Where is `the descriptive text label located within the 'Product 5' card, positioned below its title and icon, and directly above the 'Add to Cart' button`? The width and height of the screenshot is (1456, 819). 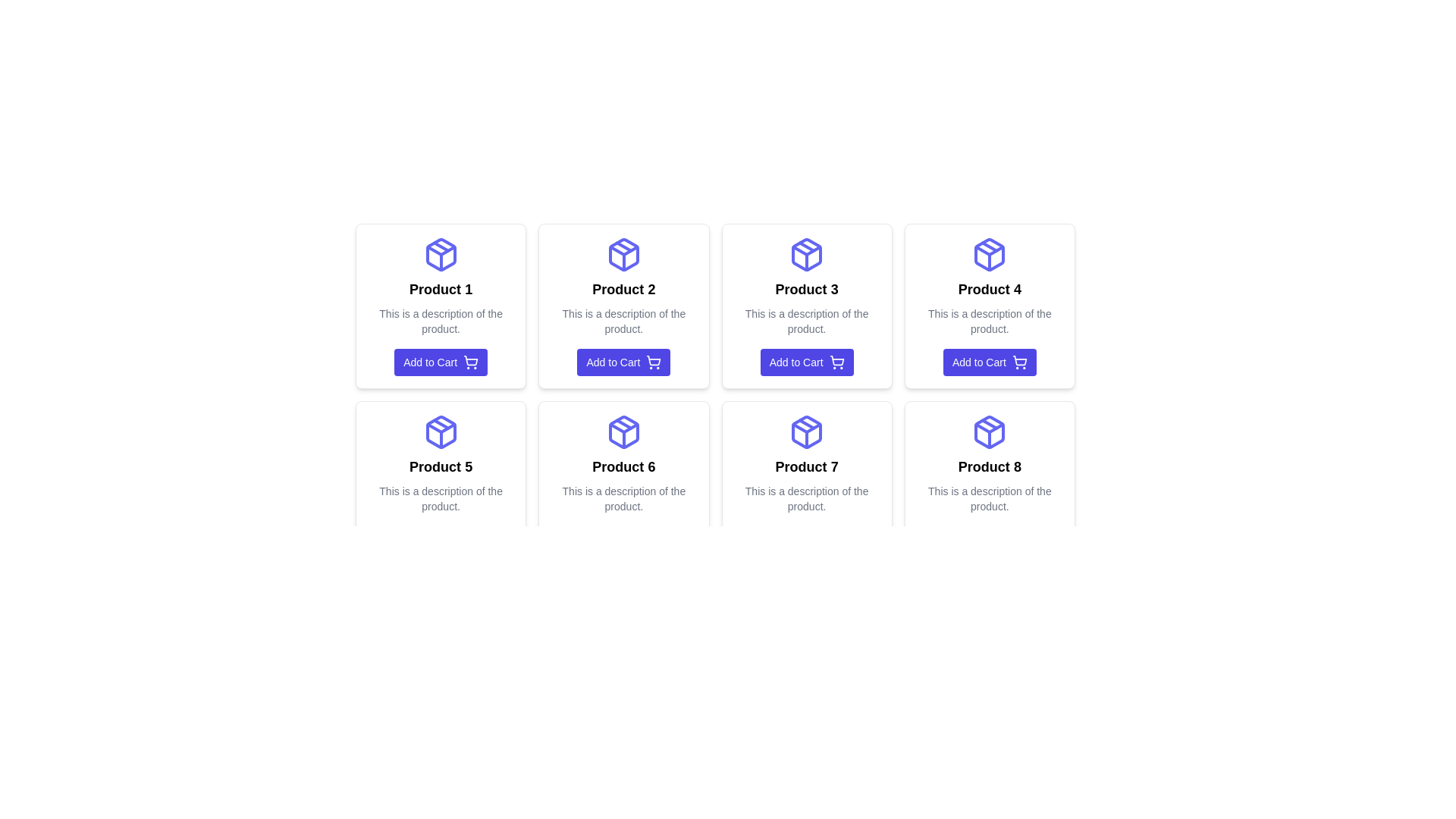
the descriptive text label located within the 'Product 5' card, positioned below its title and icon, and directly above the 'Add to Cart' button is located at coordinates (440, 499).